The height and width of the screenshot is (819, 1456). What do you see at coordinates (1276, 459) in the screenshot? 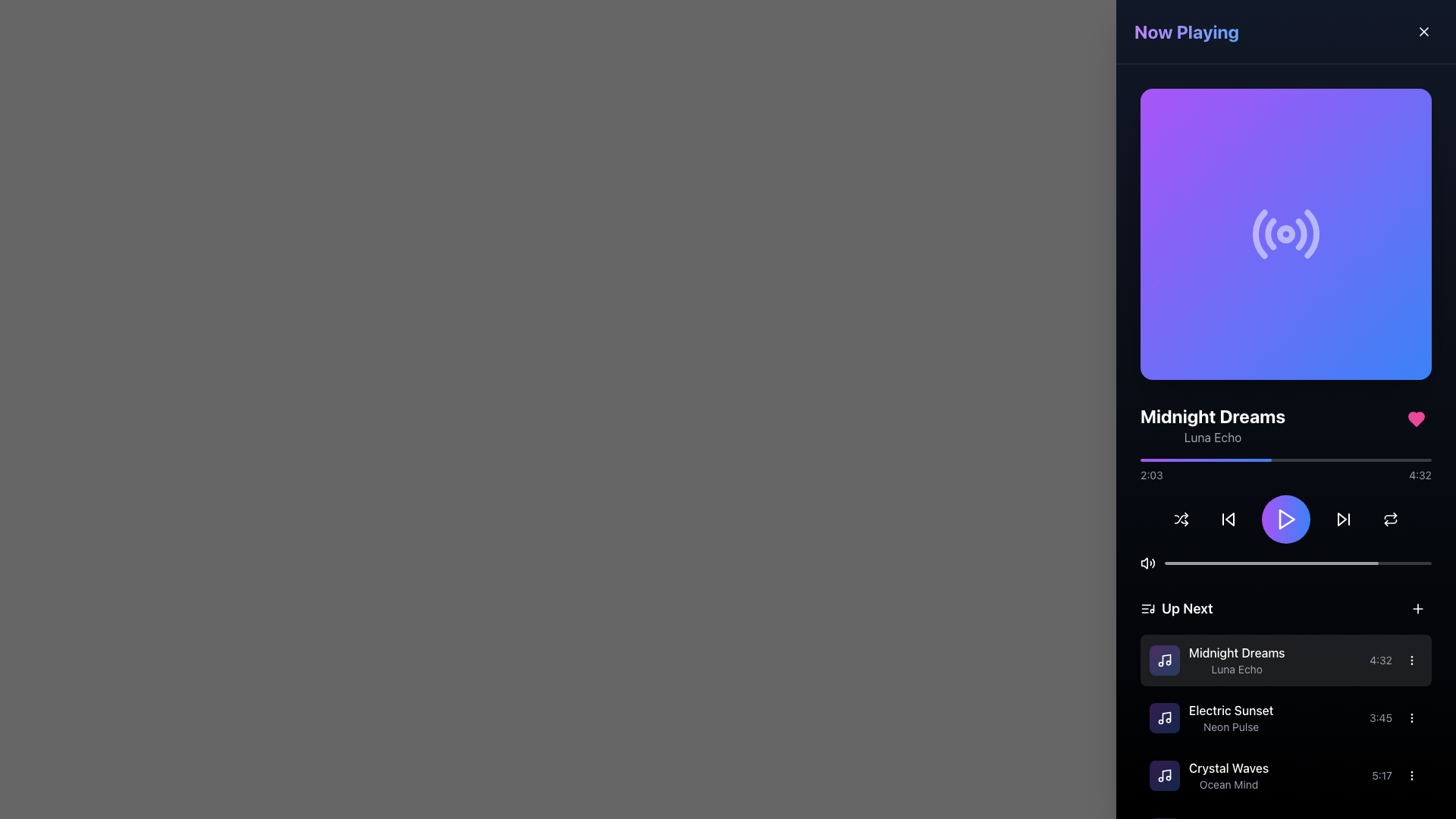
I see `the playback position` at bounding box center [1276, 459].